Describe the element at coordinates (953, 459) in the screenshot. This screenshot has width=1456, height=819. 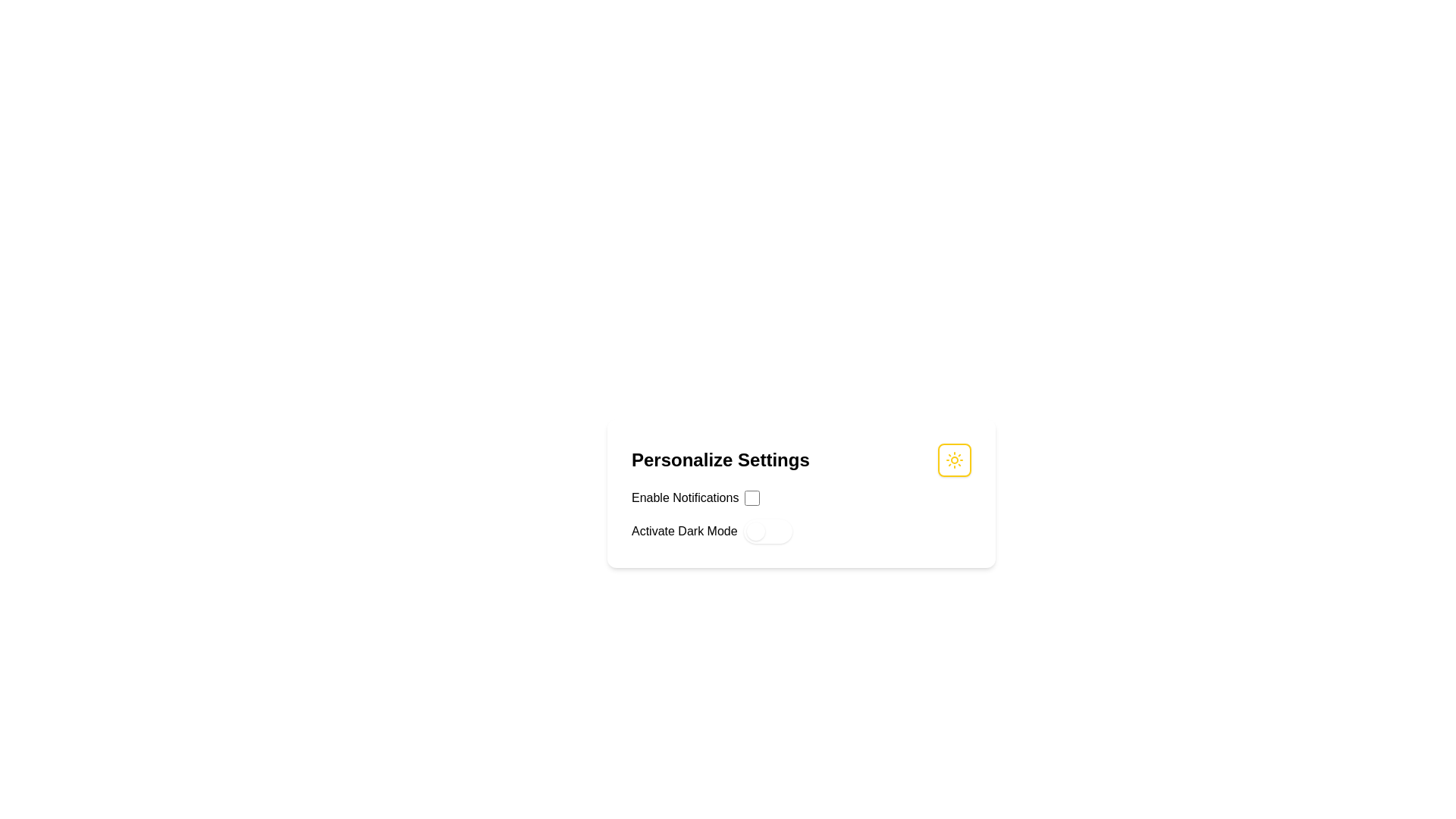
I see `the interactive sun icon button located in the top-right corner of the 'Personalize Settings' section` at that location.